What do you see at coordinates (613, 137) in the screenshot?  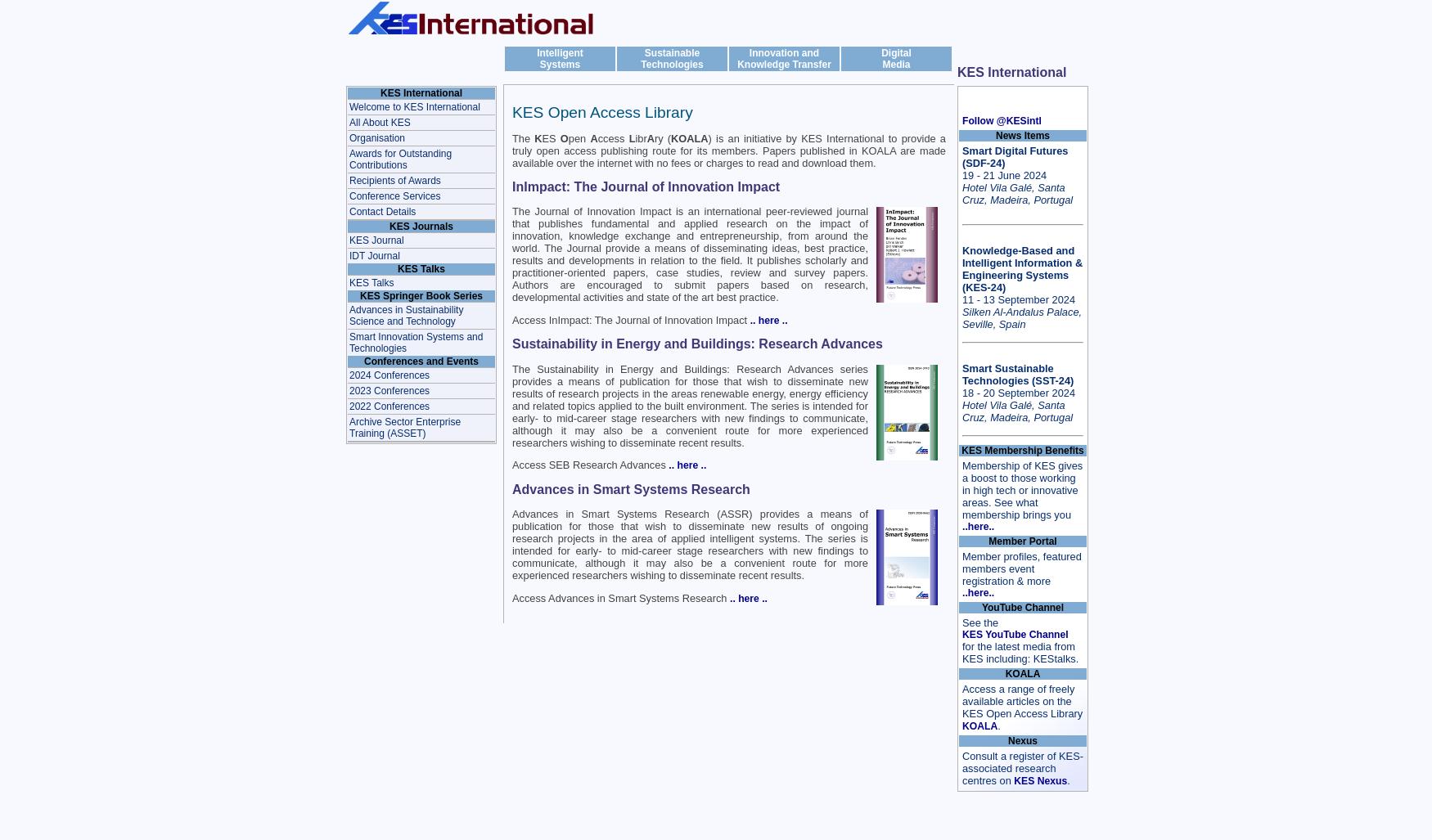 I see `'ccess'` at bounding box center [613, 137].